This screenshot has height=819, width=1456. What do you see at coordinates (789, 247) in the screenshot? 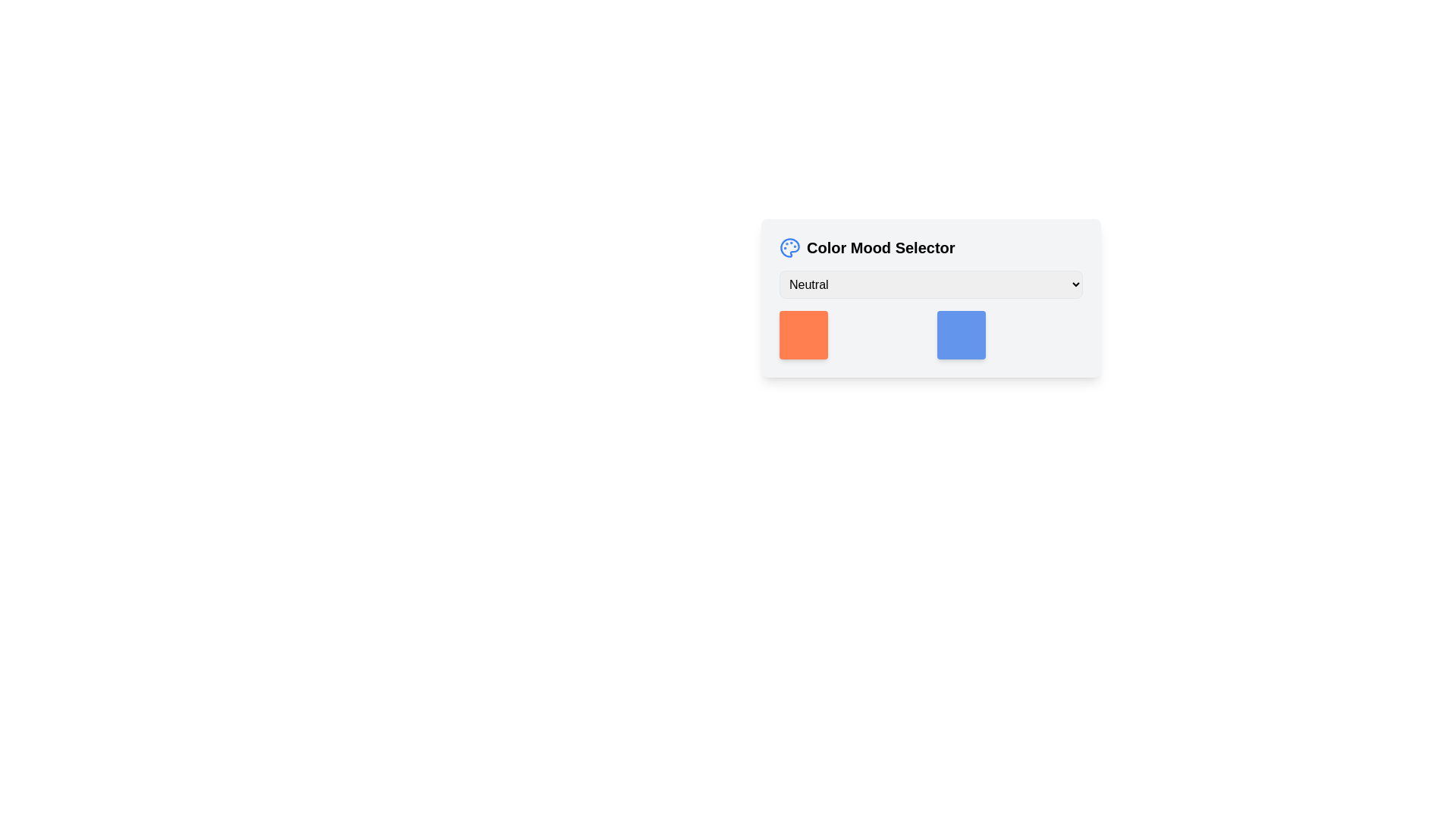
I see `the base of the palette icon within the 'Color Mood Selector' menu, which is styled with a muted color and simple geometric design` at bounding box center [789, 247].